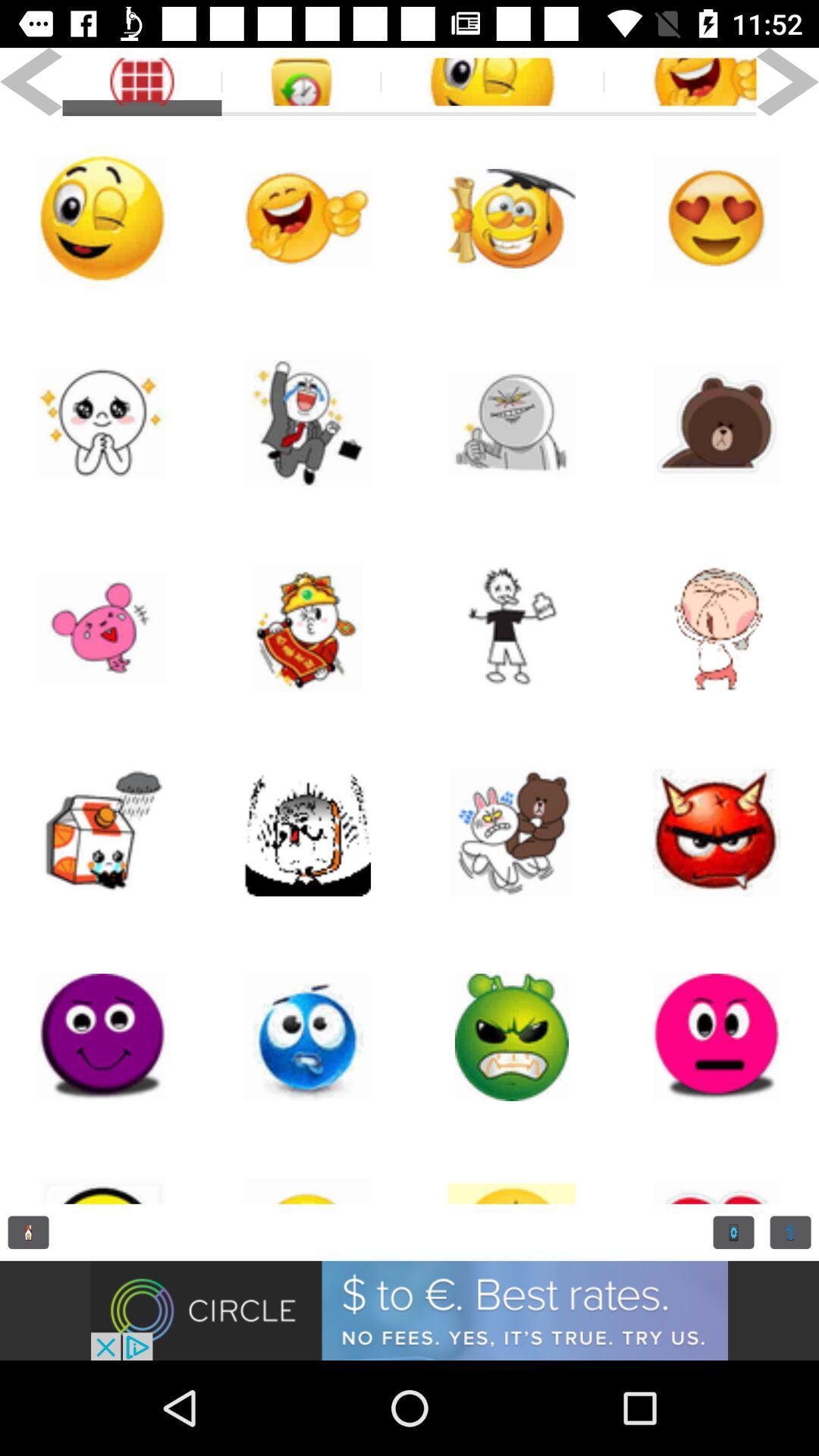 Image resolution: width=819 pixels, height=1456 pixels. What do you see at coordinates (307, 218) in the screenshot?
I see `laughing emoji` at bounding box center [307, 218].